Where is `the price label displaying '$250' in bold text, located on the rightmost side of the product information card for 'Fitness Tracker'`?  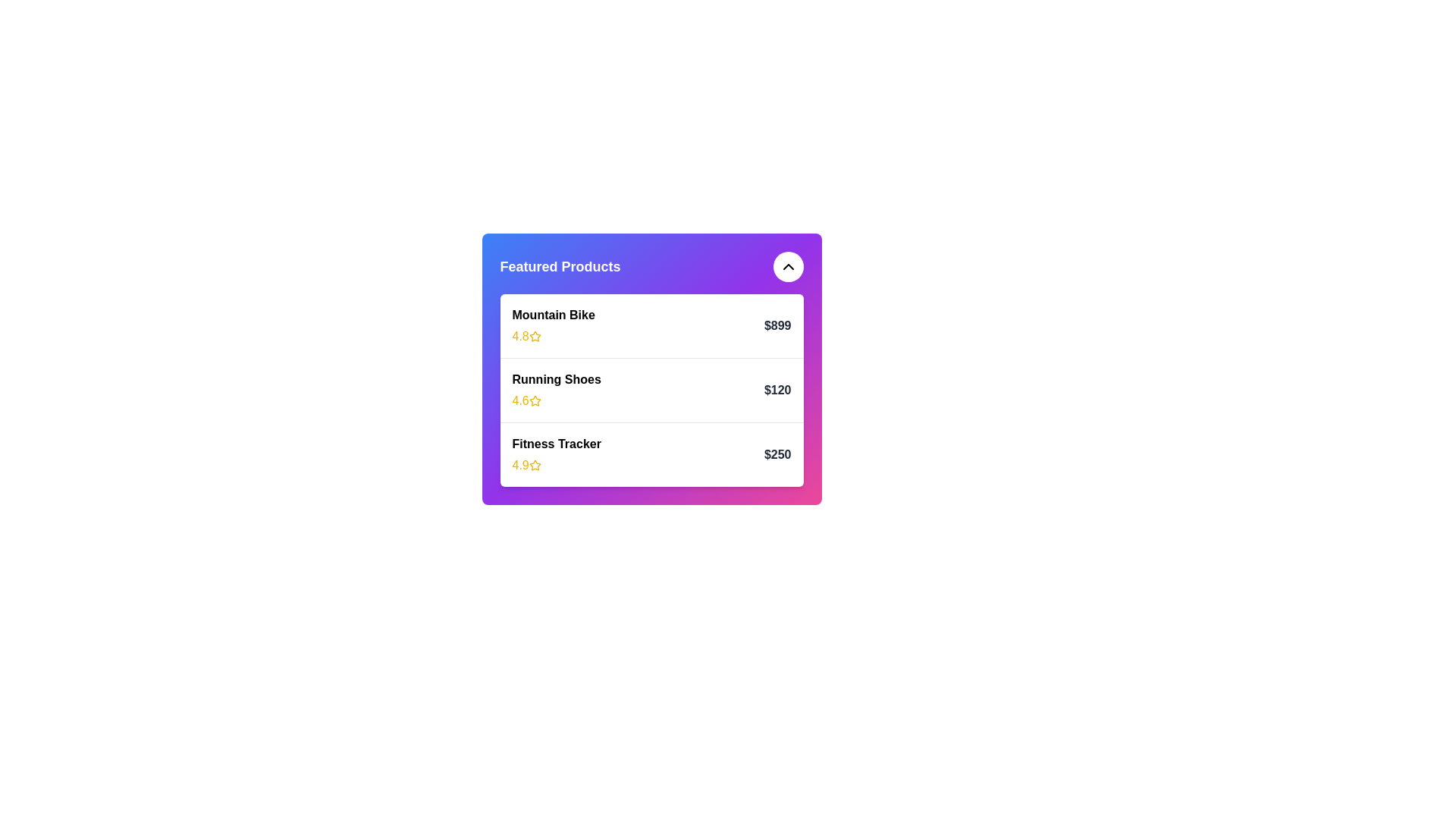
the price label displaying '$250' in bold text, located on the rightmost side of the product information card for 'Fitness Tracker' is located at coordinates (777, 454).